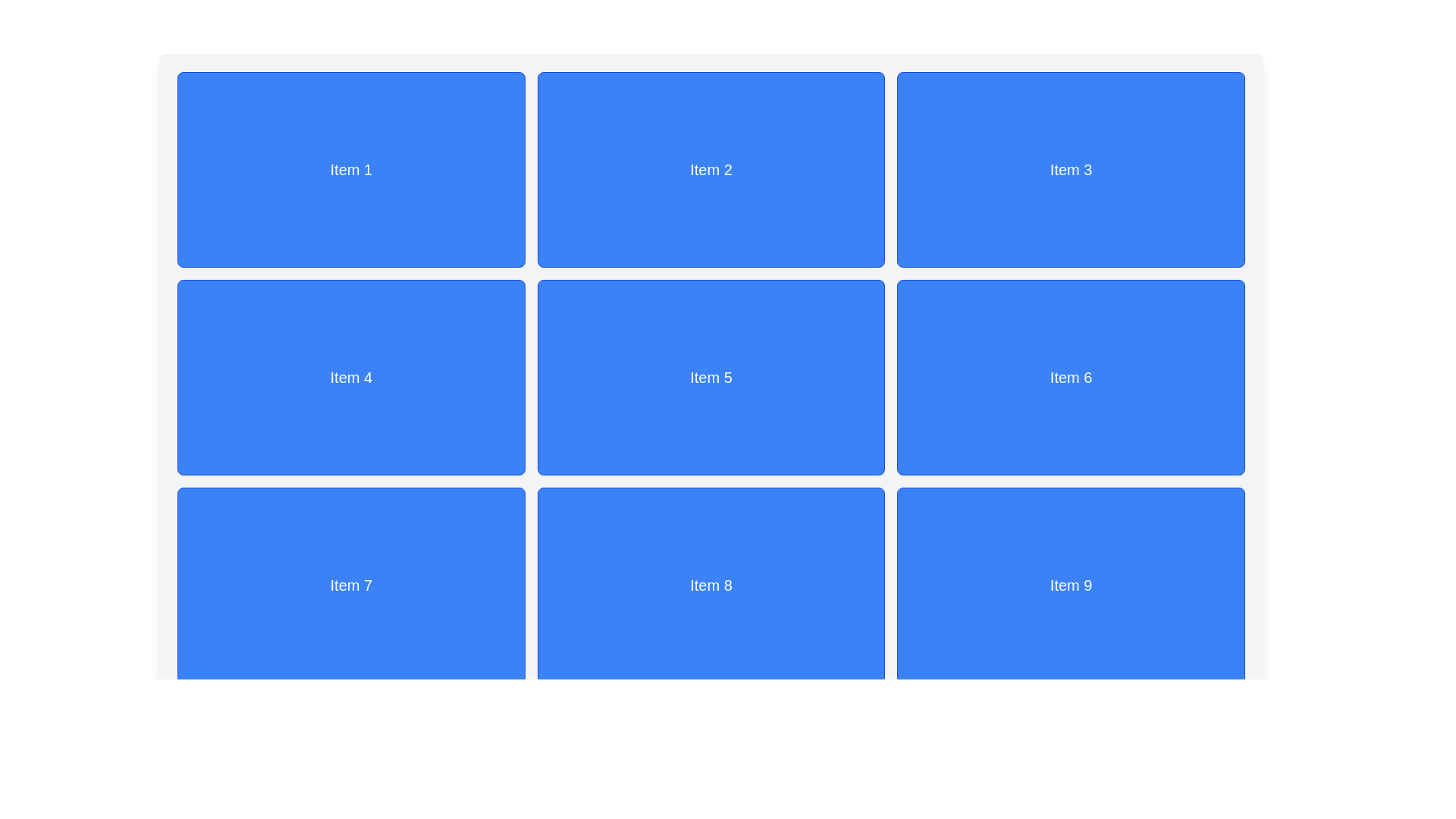 The height and width of the screenshot is (819, 1456). What do you see at coordinates (192, 711) in the screenshot?
I see `the disabled left navigation button in the pagination setup, located at the bottom-left corner of the pagination row` at bounding box center [192, 711].